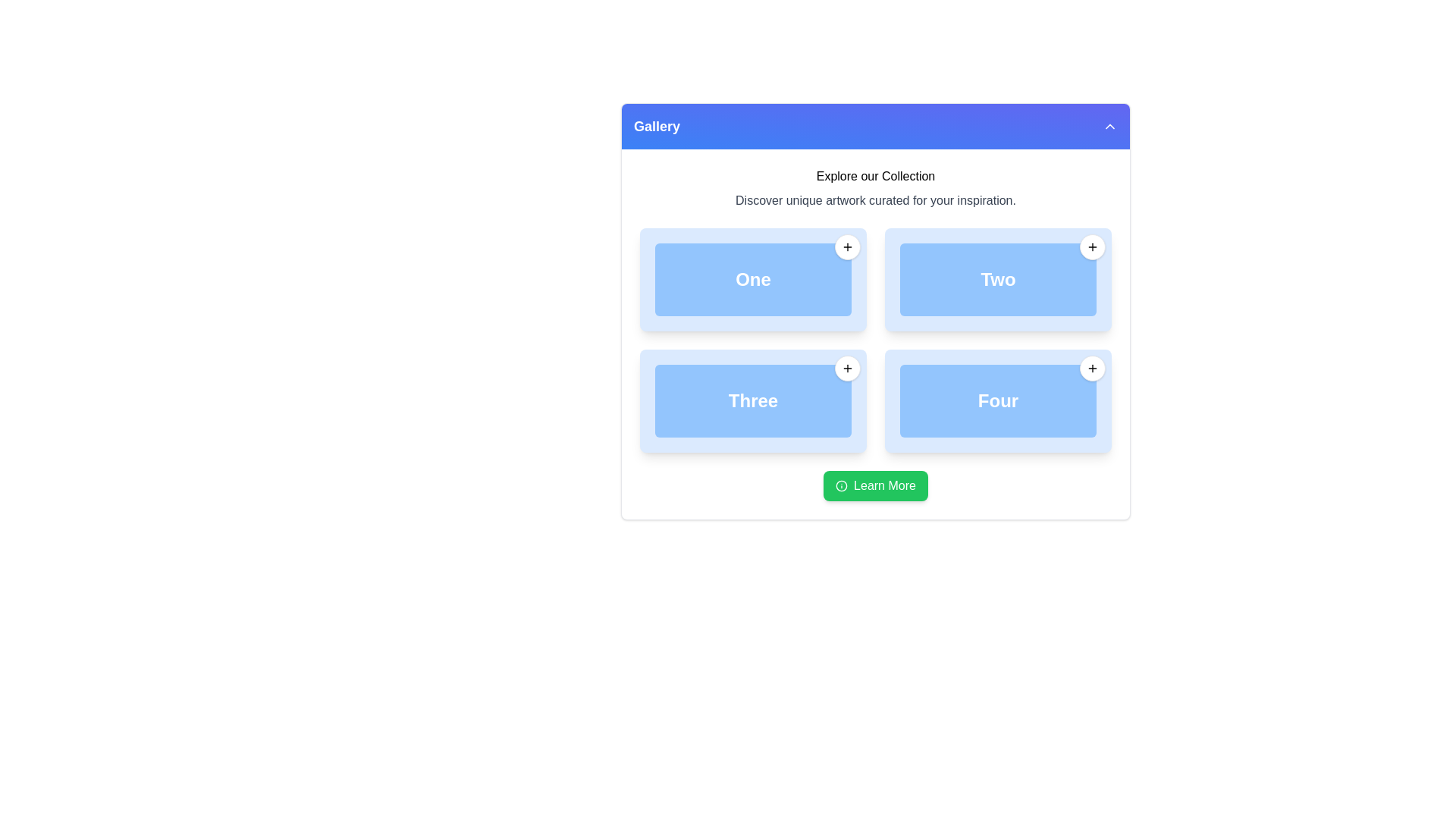  Describe the element at coordinates (847, 369) in the screenshot. I see `the circular button with a white background and a grey border that contains a plus symbol, located at the top-right corner of the card labeled 'Three'` at that location.